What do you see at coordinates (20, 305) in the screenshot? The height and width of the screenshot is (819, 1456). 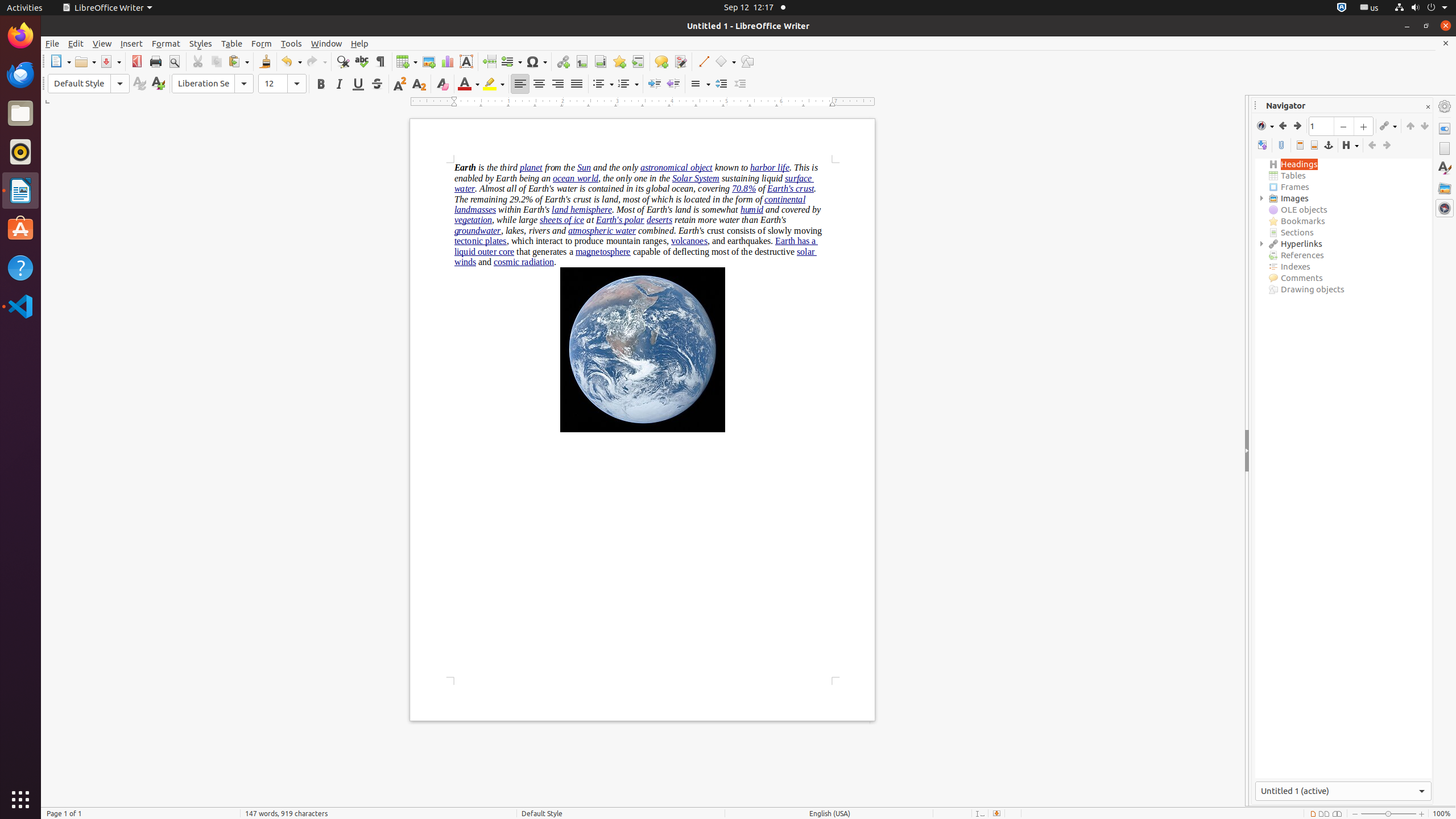 I see `'Visual Studio Code'` at bounding box center [20, 305].